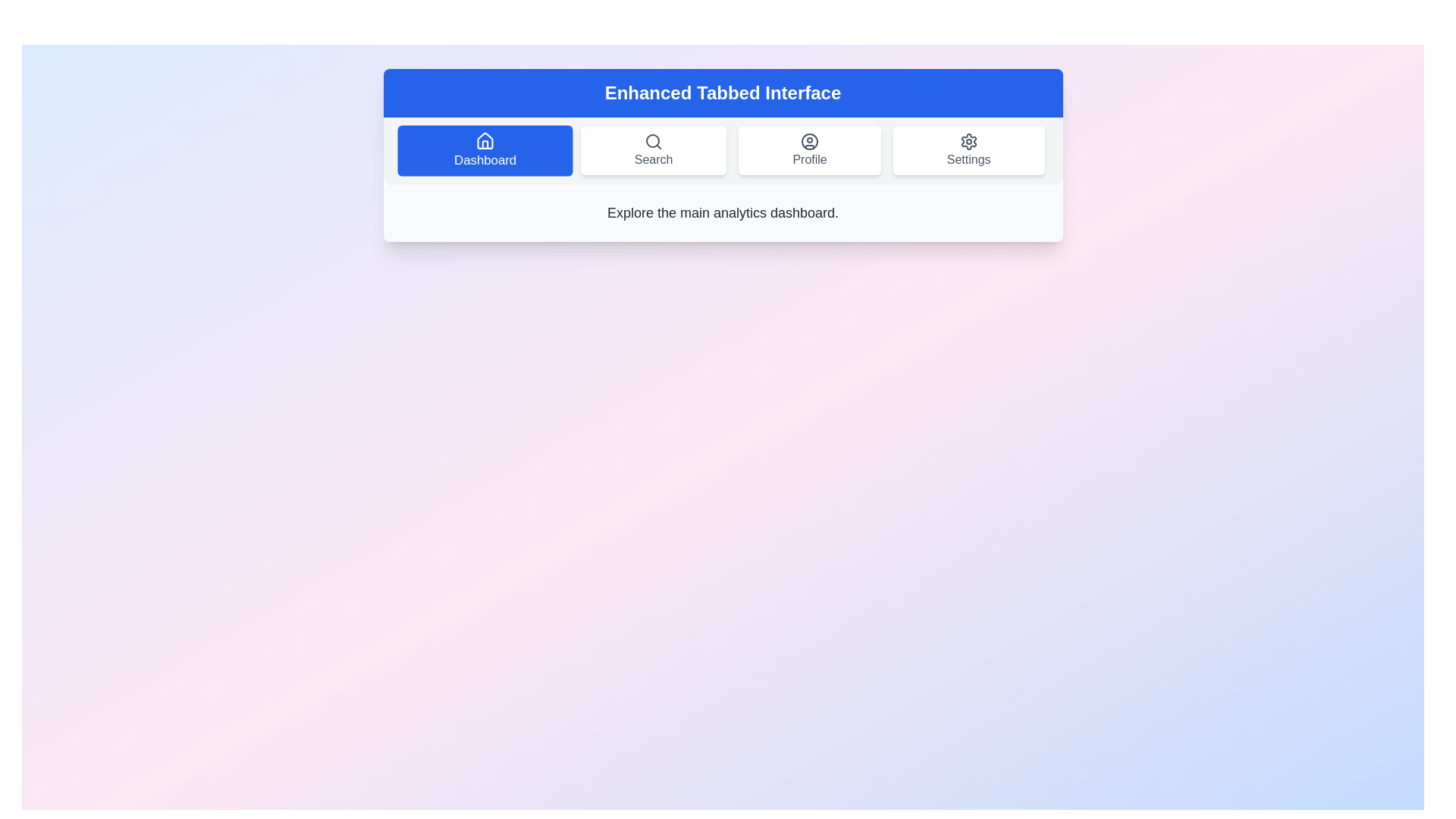 This screenshot has height=819, width=1456. Describe the element at coordinates (484, 141) in the screenshot. I see `the 'Dashboard' icon in the navigation bar, which is the first icon on the left and indicates the current active tab for navigation` at that location.